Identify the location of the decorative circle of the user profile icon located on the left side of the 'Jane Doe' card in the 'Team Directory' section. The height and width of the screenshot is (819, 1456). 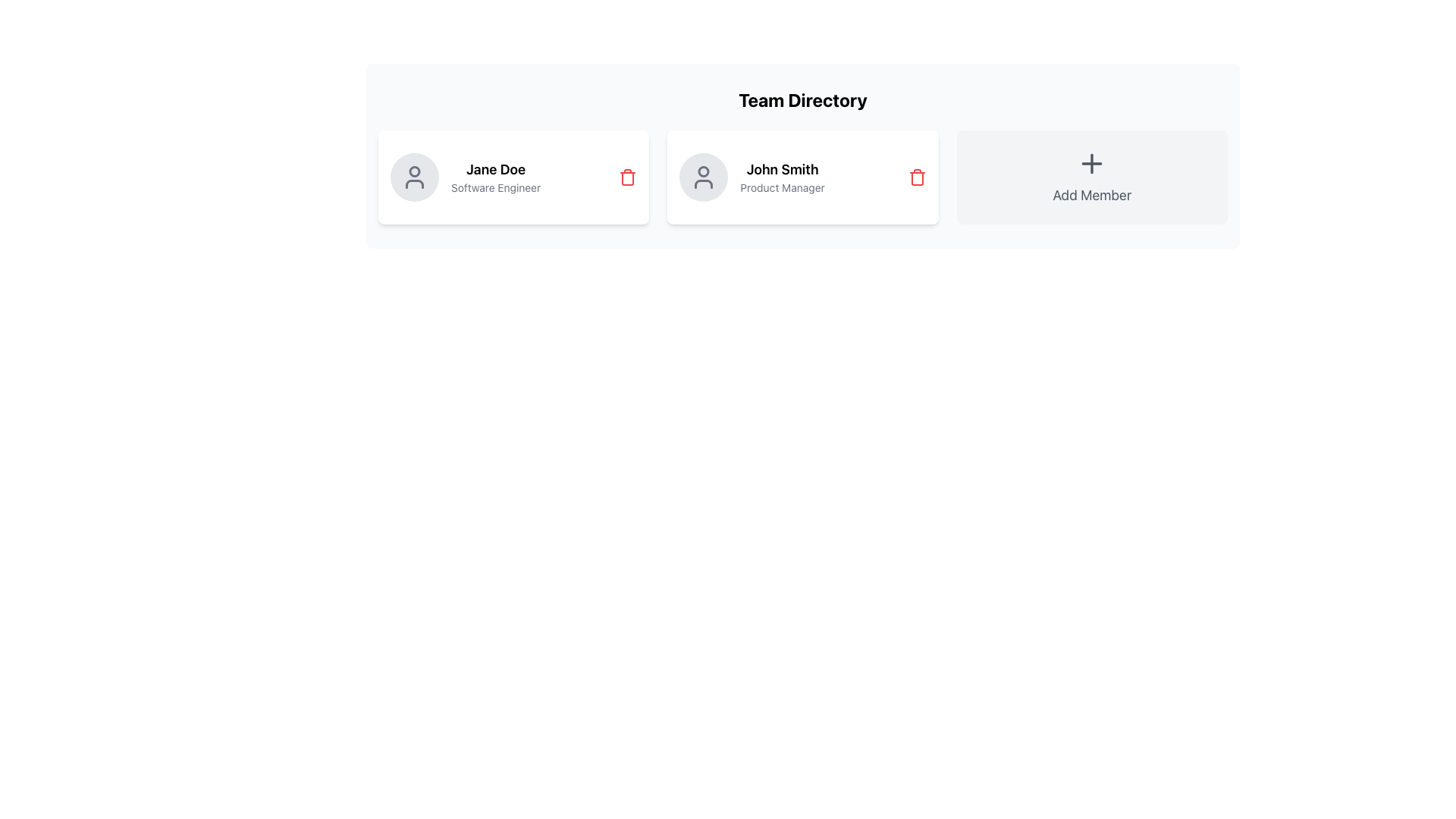
(415, 171).